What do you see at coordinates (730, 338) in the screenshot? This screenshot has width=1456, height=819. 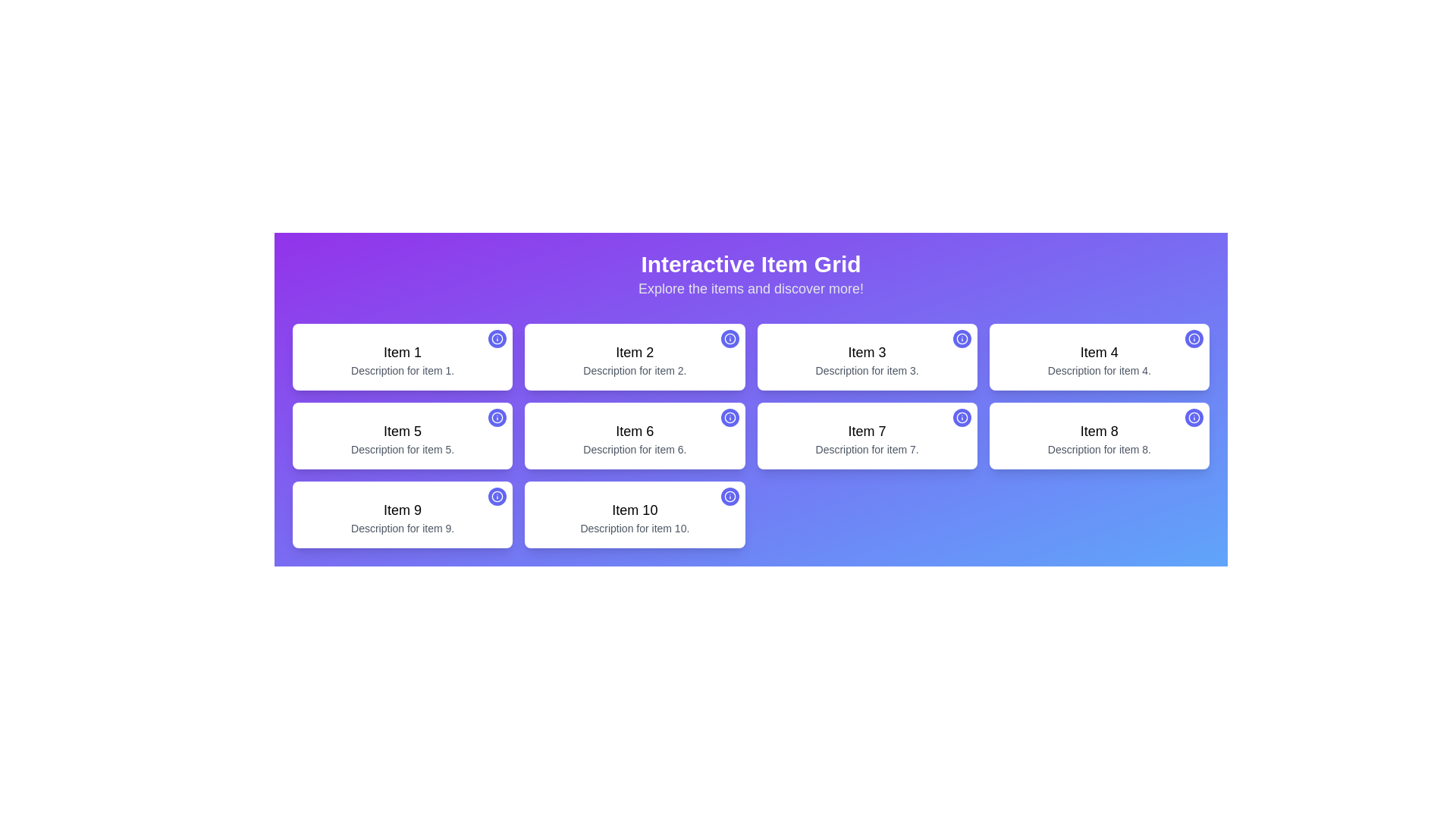 I see `the information icon circle located in the top-right corner of the second card in the grid` at bounding box center [730, 338].